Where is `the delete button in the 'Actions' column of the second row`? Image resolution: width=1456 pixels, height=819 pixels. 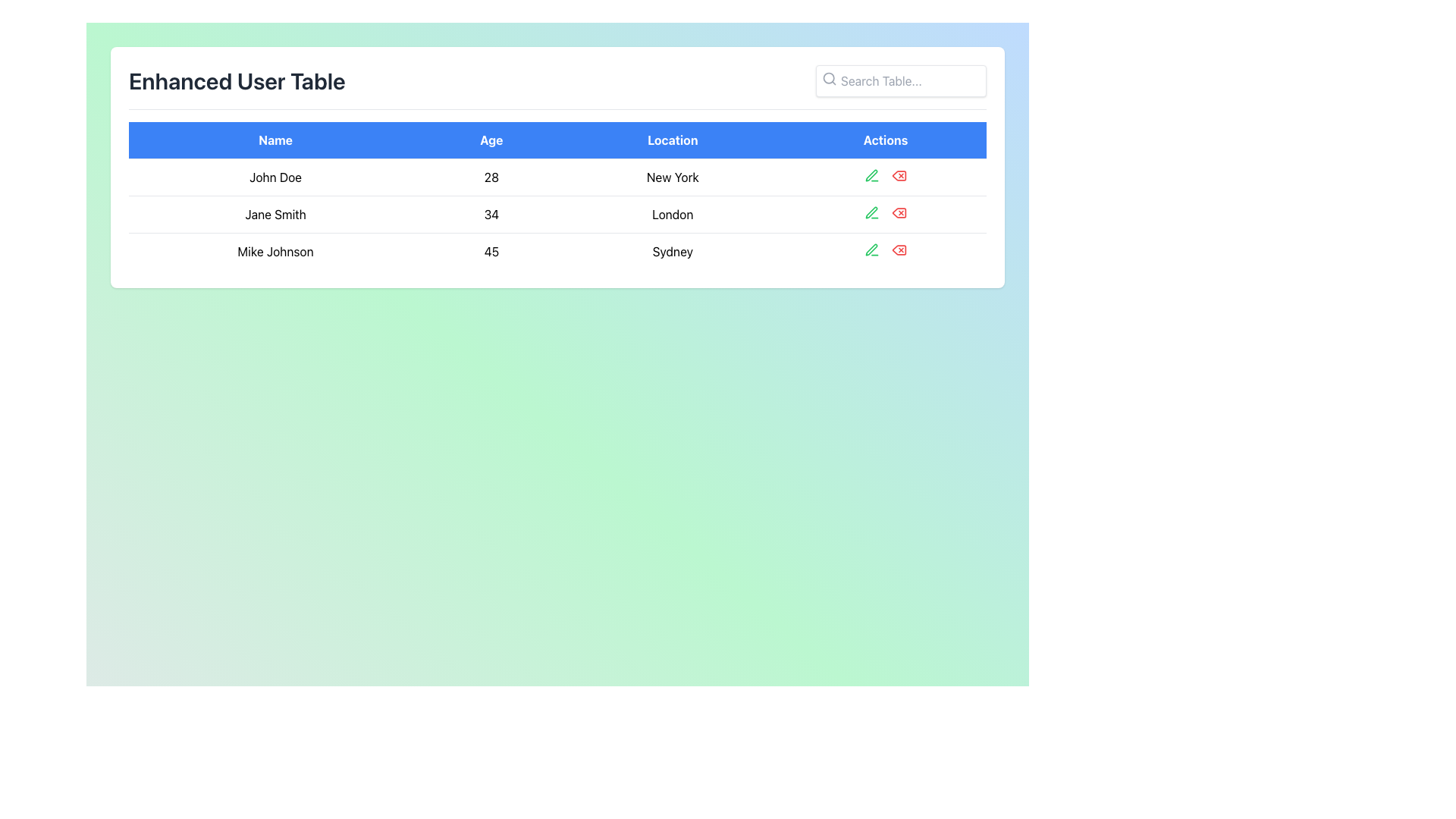 the delete button in the 'Actions' column of the second row is located at coordinates (899, 213).